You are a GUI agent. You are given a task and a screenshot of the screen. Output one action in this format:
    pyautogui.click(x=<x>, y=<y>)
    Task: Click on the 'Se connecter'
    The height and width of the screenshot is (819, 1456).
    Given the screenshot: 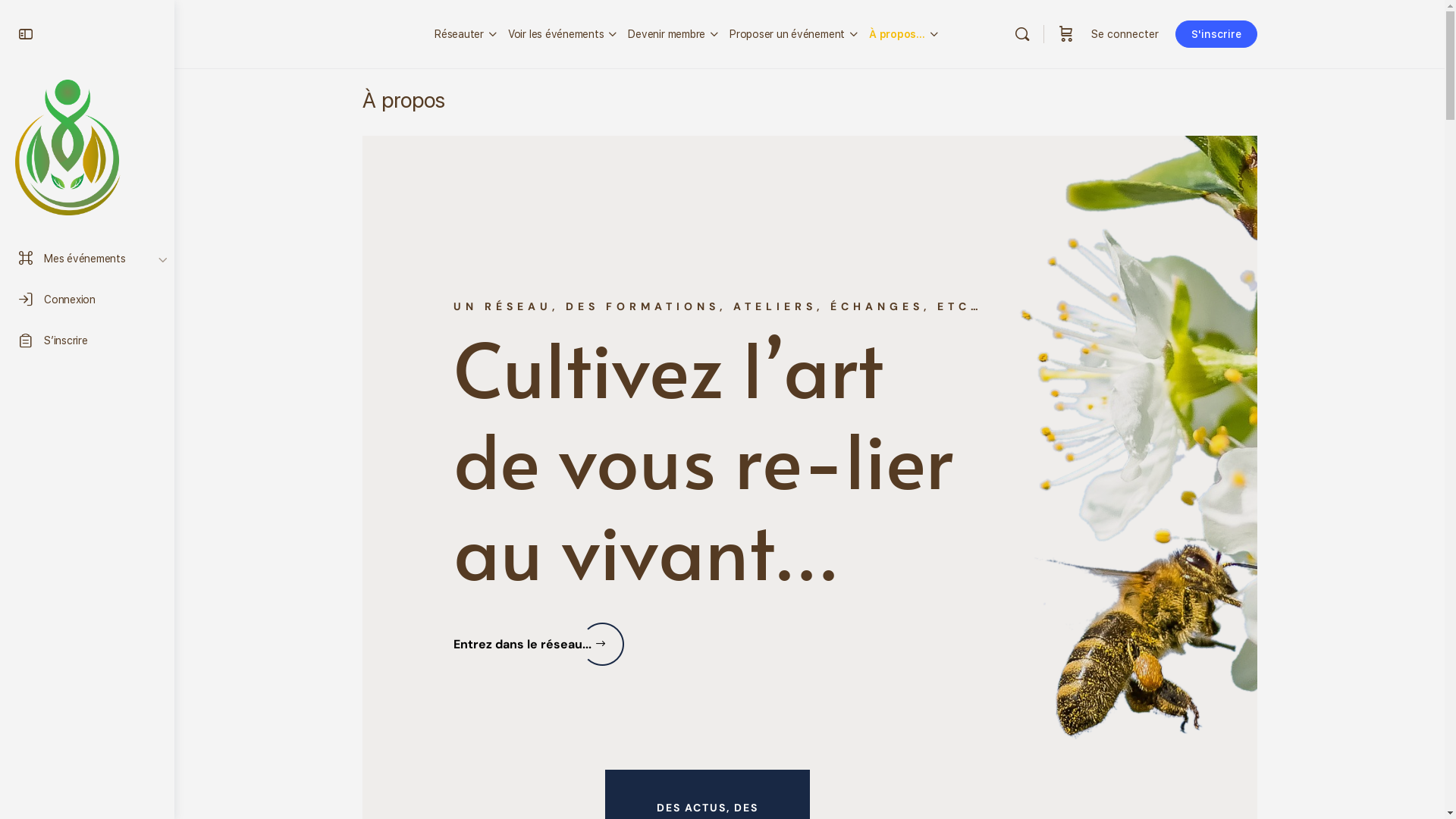 What is the action you would take?
    pyautogui.click(x=1080, y=34)
    